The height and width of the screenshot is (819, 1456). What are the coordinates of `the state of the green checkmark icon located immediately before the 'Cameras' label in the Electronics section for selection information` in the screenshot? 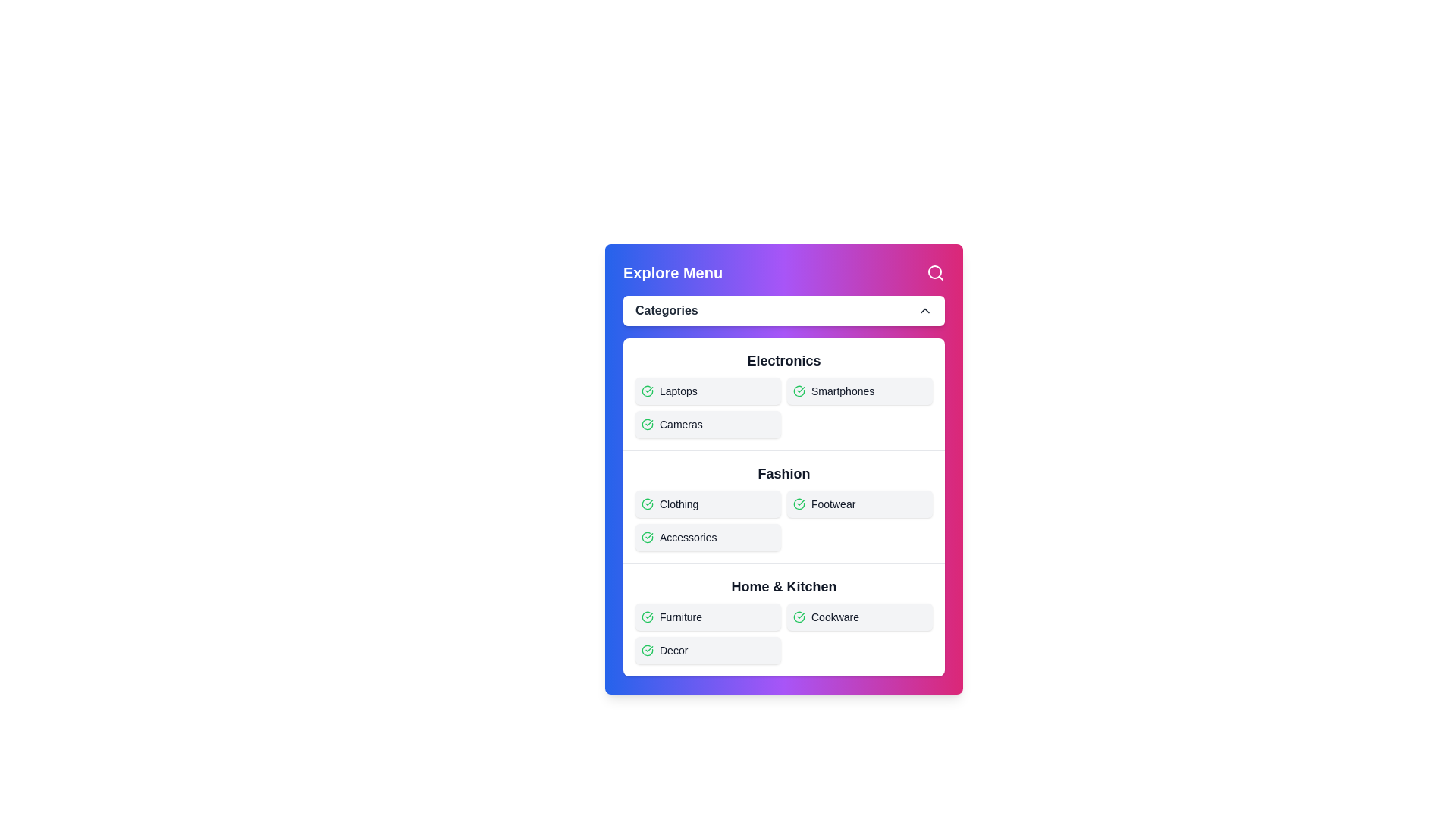 It's located at (648, 424).